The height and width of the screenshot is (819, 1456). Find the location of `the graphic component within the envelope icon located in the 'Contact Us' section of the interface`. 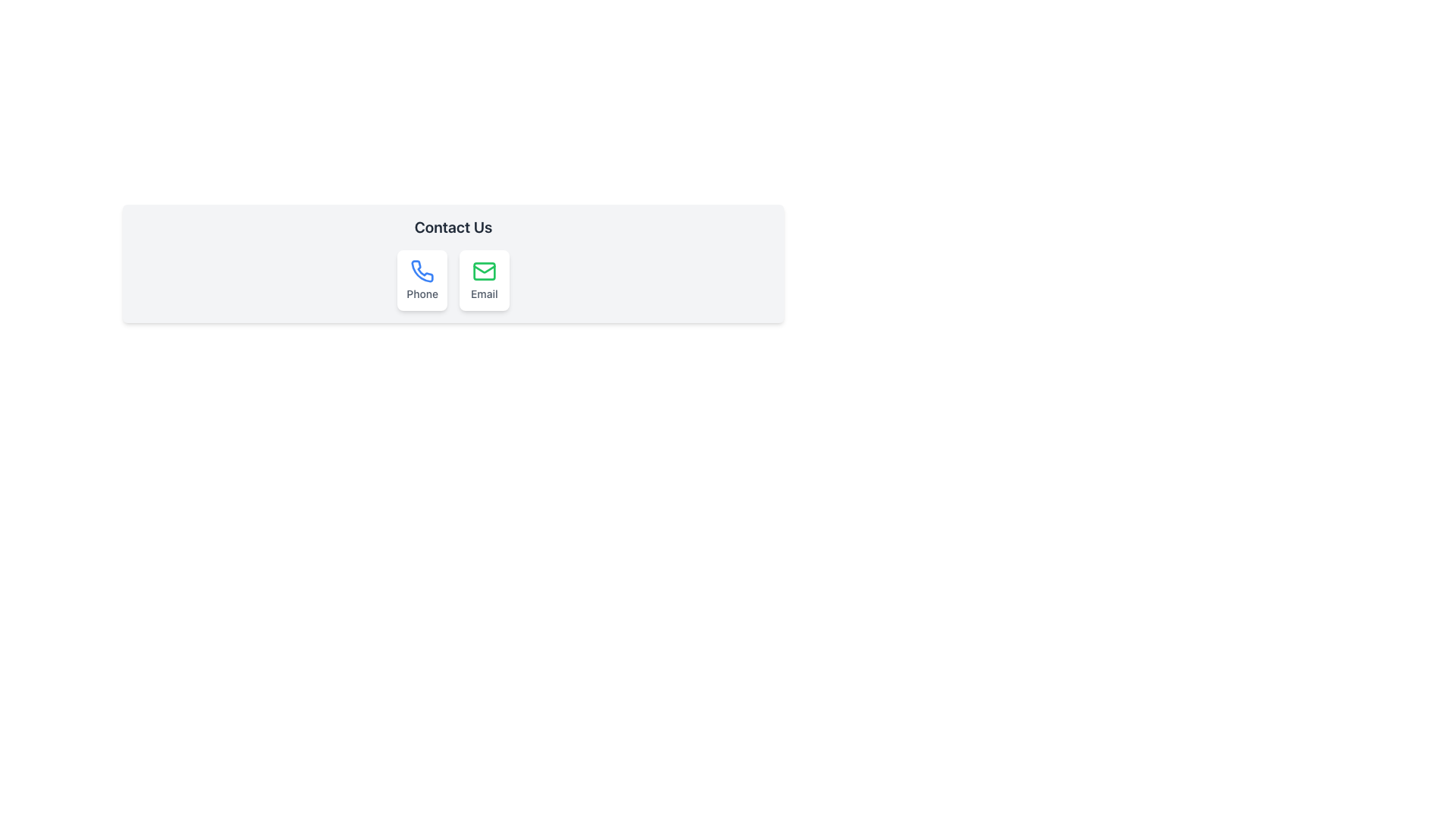

the graphic component within the envelope icon located in the 'Contact Us' section of the interface is located at coordinates (483, 271).